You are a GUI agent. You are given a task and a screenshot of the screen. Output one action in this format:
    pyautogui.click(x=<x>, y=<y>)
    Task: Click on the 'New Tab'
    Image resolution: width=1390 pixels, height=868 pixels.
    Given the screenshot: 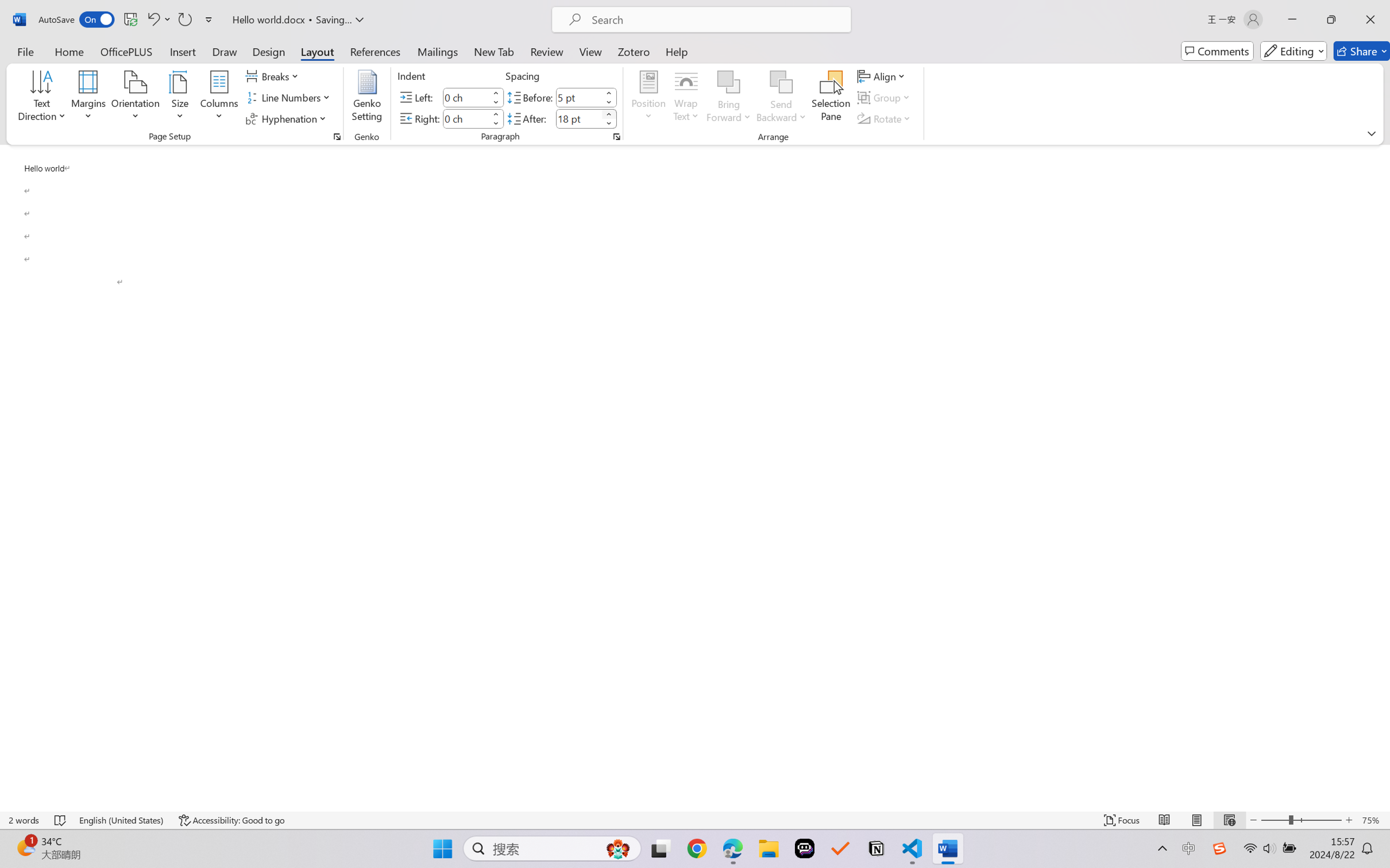 What is the action you would take?
    pyautogui.click(x=493, y=51)
    